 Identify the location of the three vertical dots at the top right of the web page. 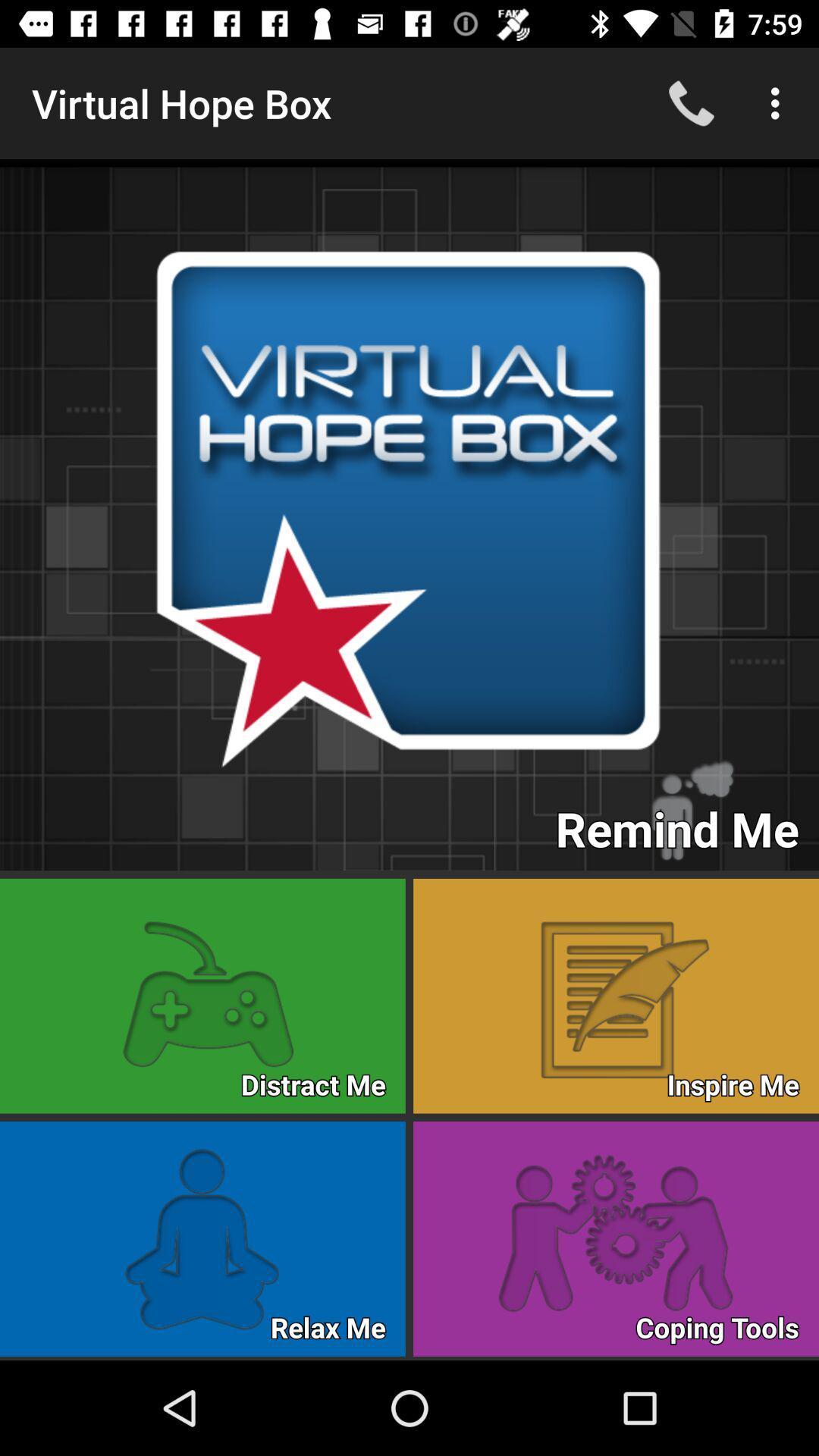
(779, 103).